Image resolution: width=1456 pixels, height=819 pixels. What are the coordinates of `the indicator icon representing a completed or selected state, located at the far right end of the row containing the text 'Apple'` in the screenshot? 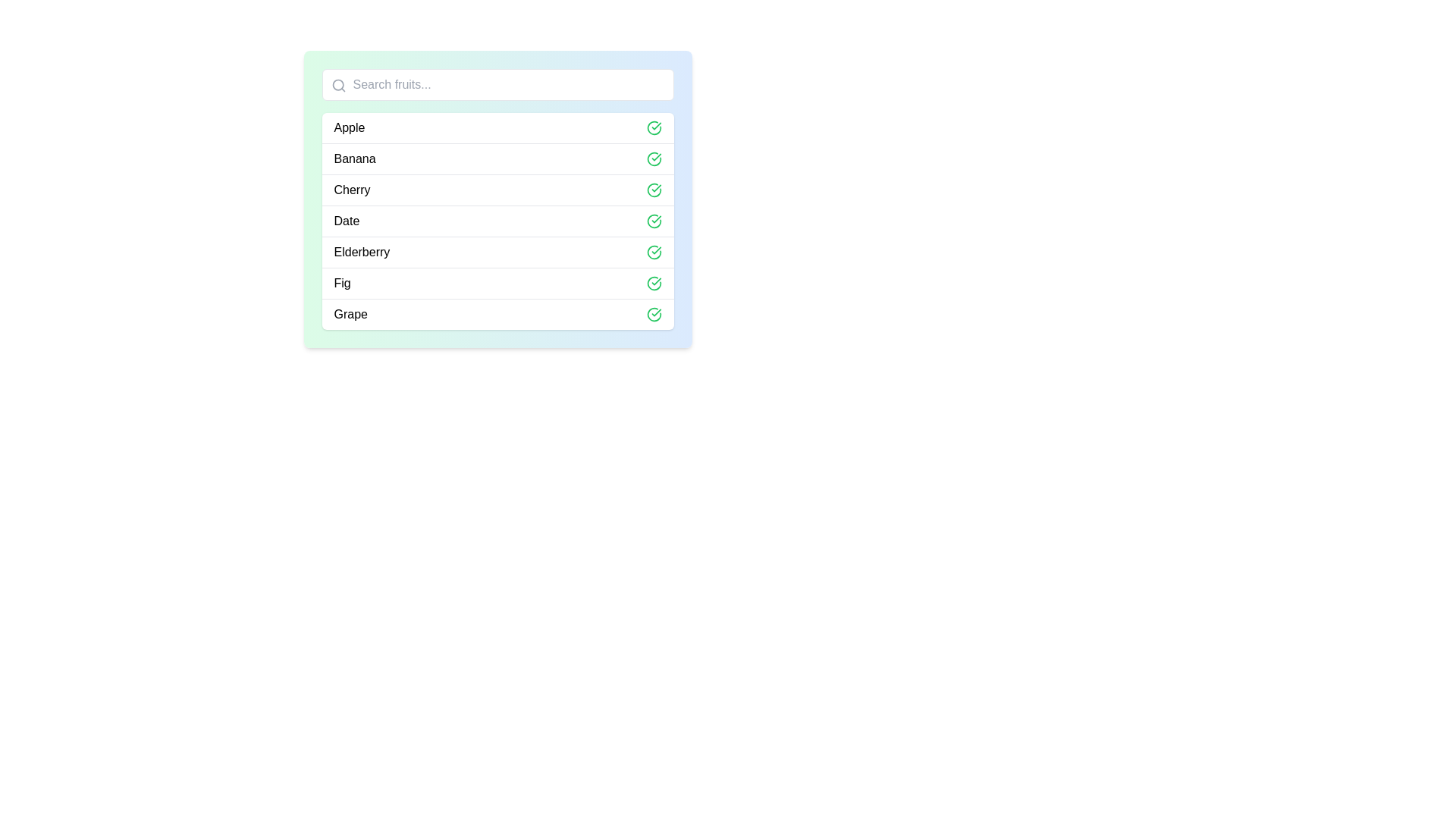 It's located at (654, 127).